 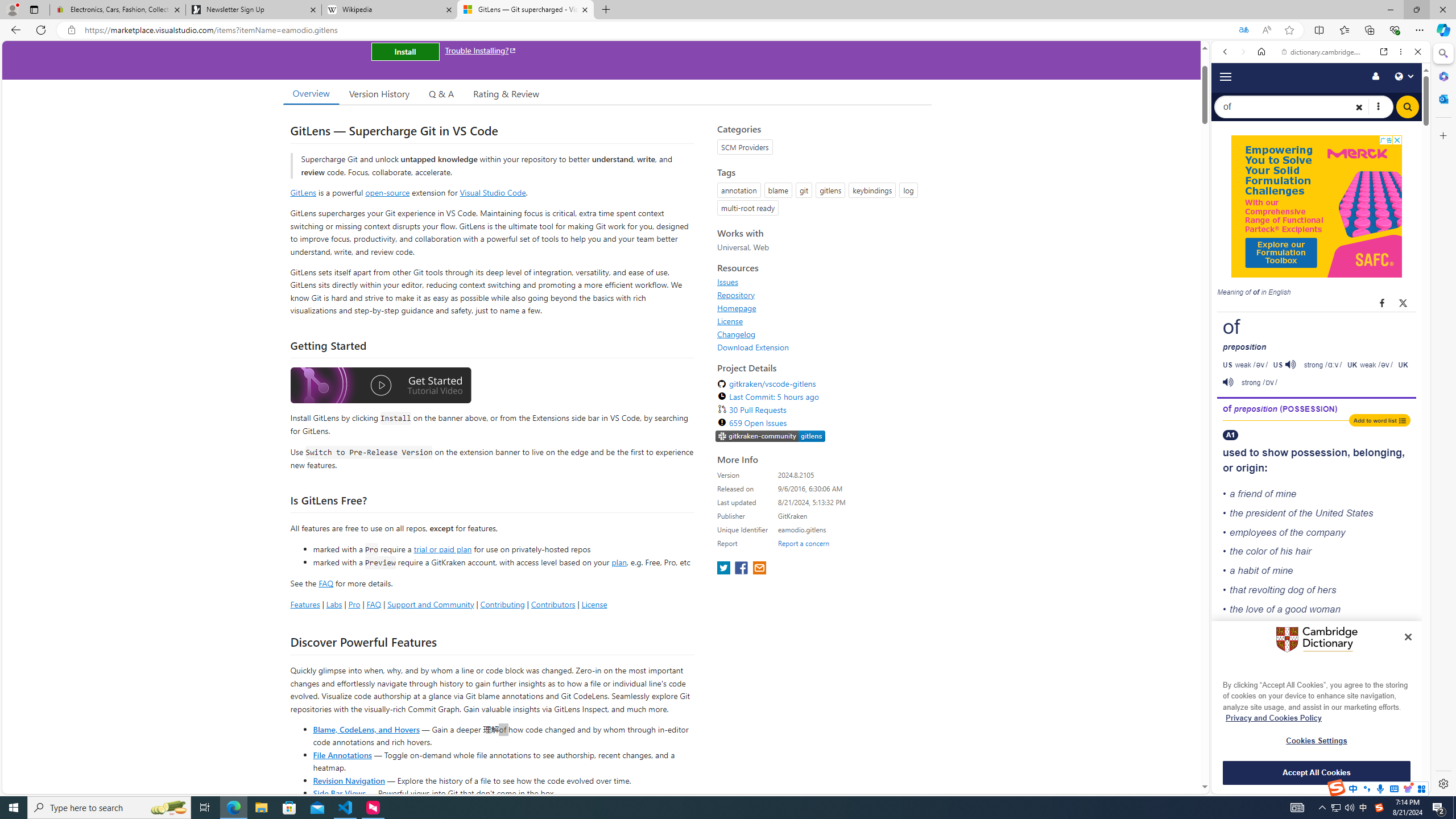 What do you see at coordinates (1242, 51) in the screenshot?
I see `'Forward'` at bounding box center [1242, 51].